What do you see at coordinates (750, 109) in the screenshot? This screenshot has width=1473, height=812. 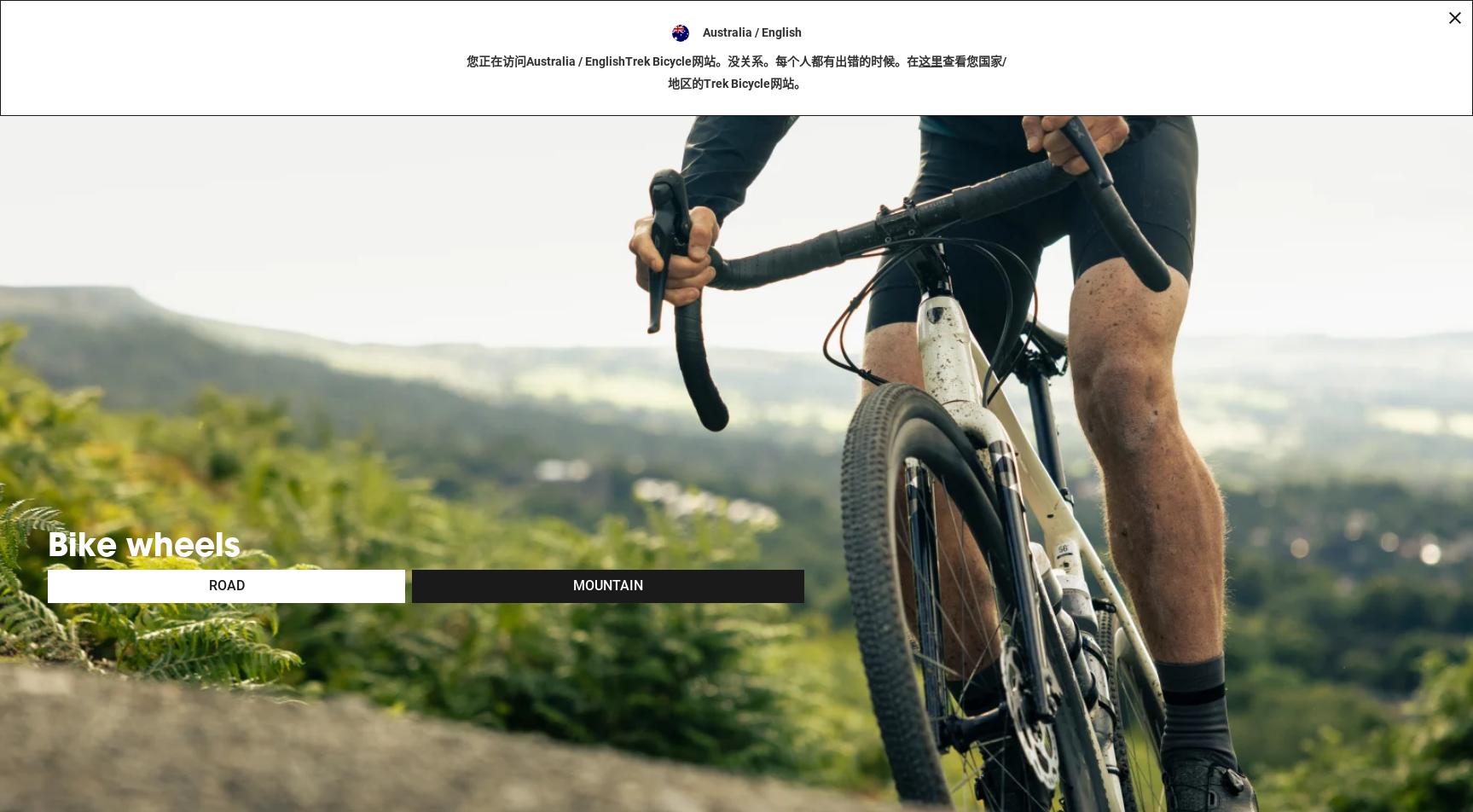 I see `'Australia / English'` at bounding box center [750, 109].